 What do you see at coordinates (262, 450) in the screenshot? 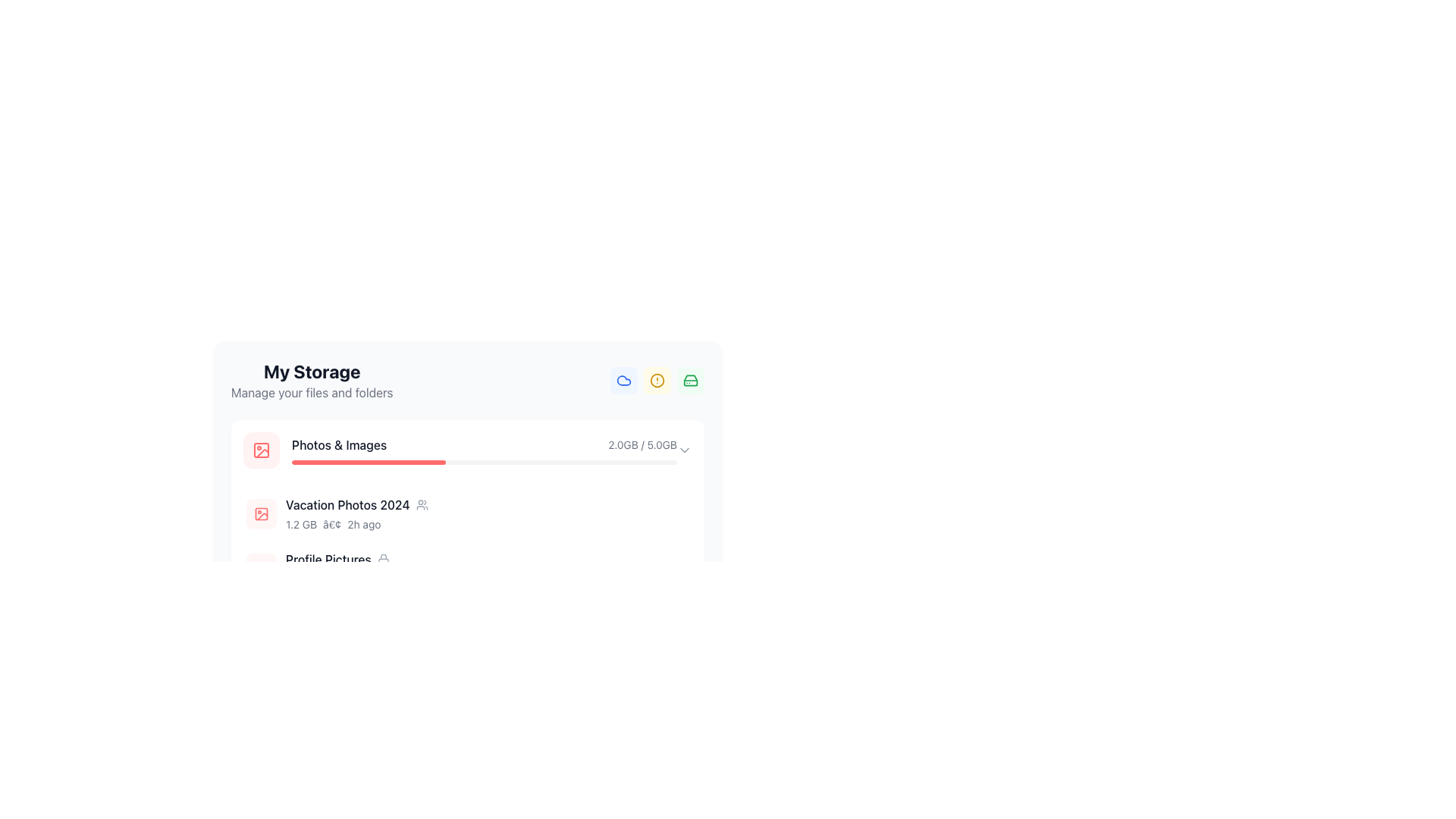
I see `the square-shaped icon with a red pictogram of an image, located in the top-left corner of the 'Photos & Images' list` at bounding box center [262, 450].